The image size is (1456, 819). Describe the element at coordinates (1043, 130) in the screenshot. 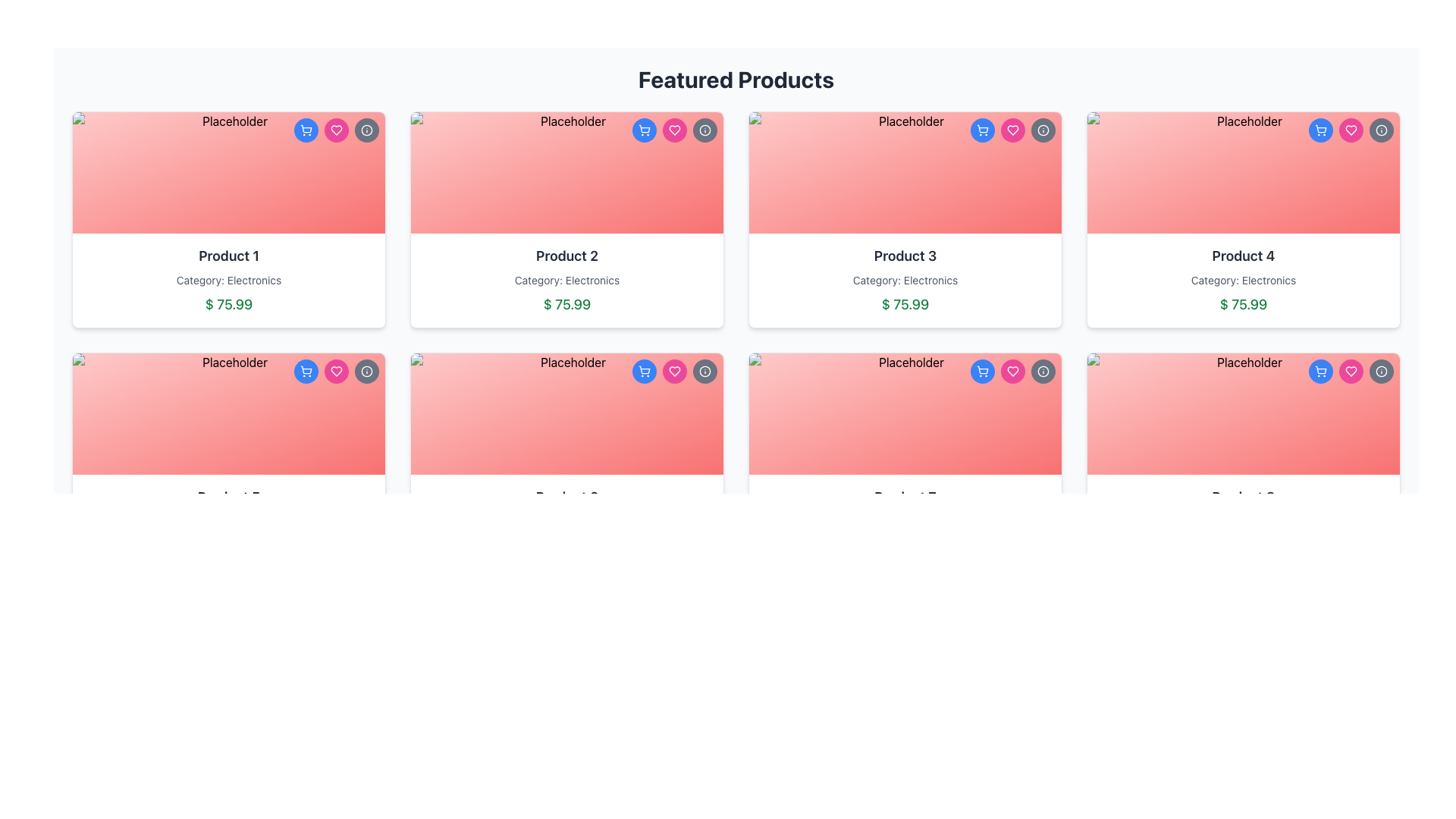

I see `the circular gray button with a white info icon located in the top-right corner of the third product card` at that location.